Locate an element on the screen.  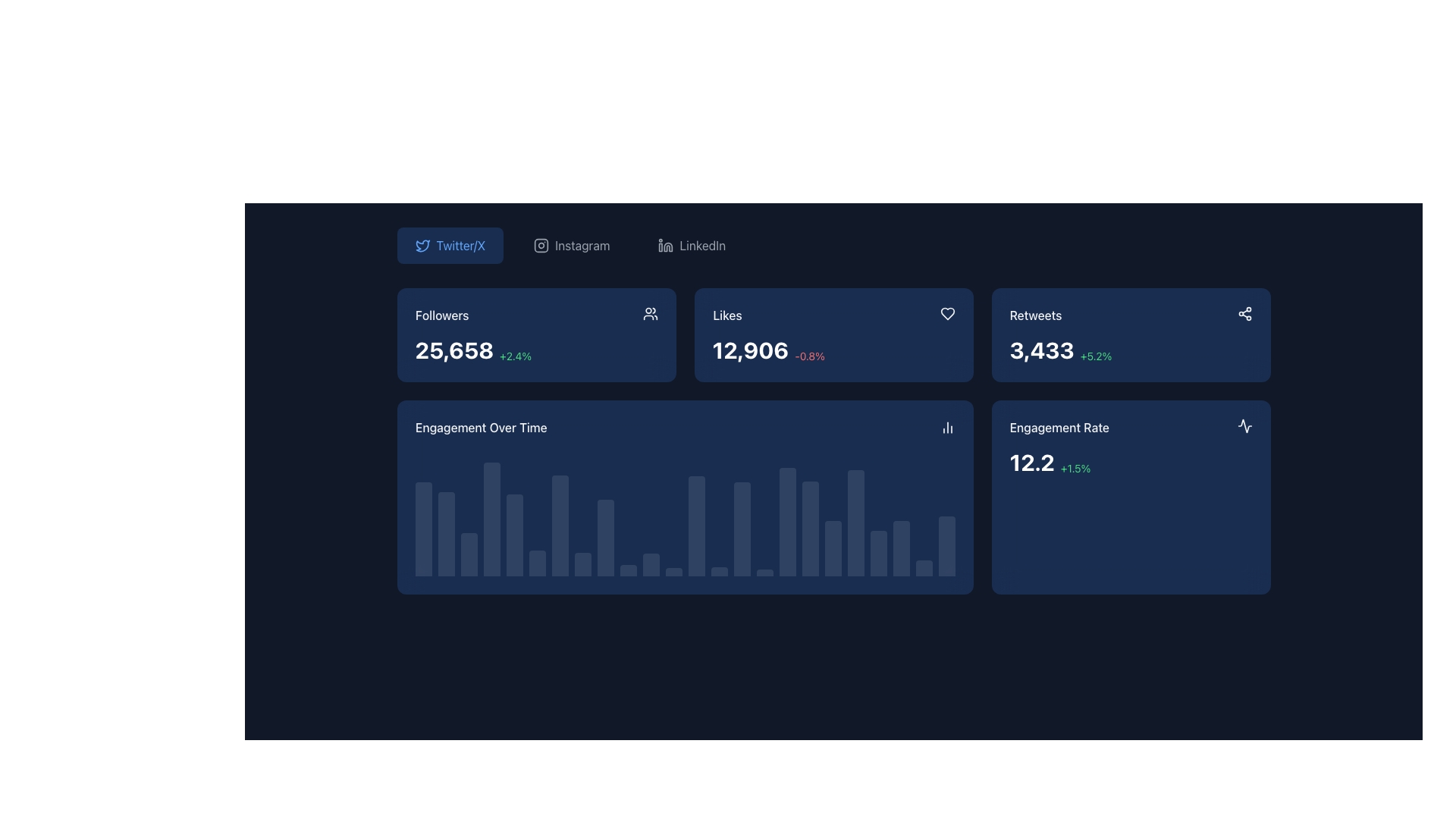
the data point details of the fourth Chart Bar in the 'Engagement Over Time' bar chart, which is a vertical bar with rounded top edges and semi-transparent white color is located at coordinates (491, 518).